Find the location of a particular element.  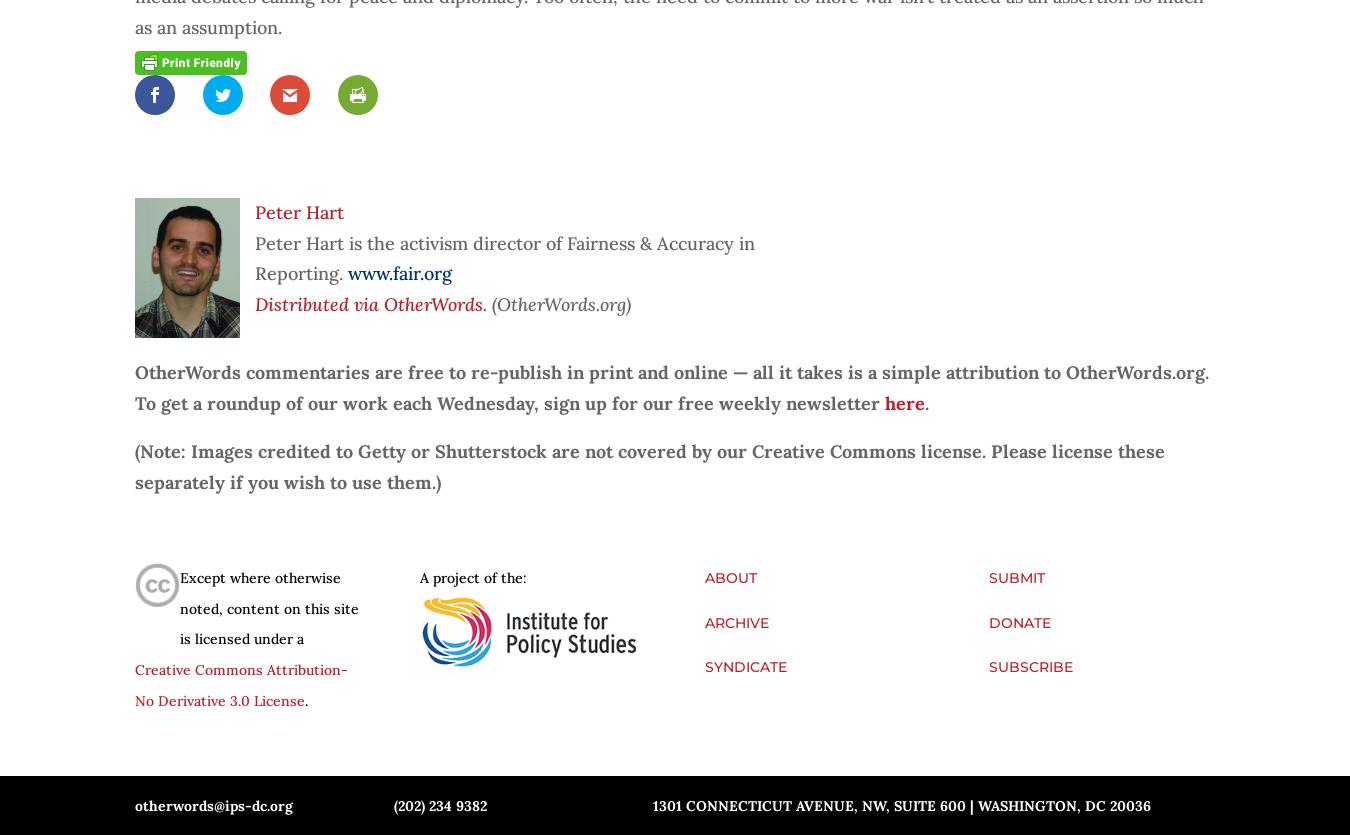

'. (OtherWords.org)' is located at coordinates (556, 302).